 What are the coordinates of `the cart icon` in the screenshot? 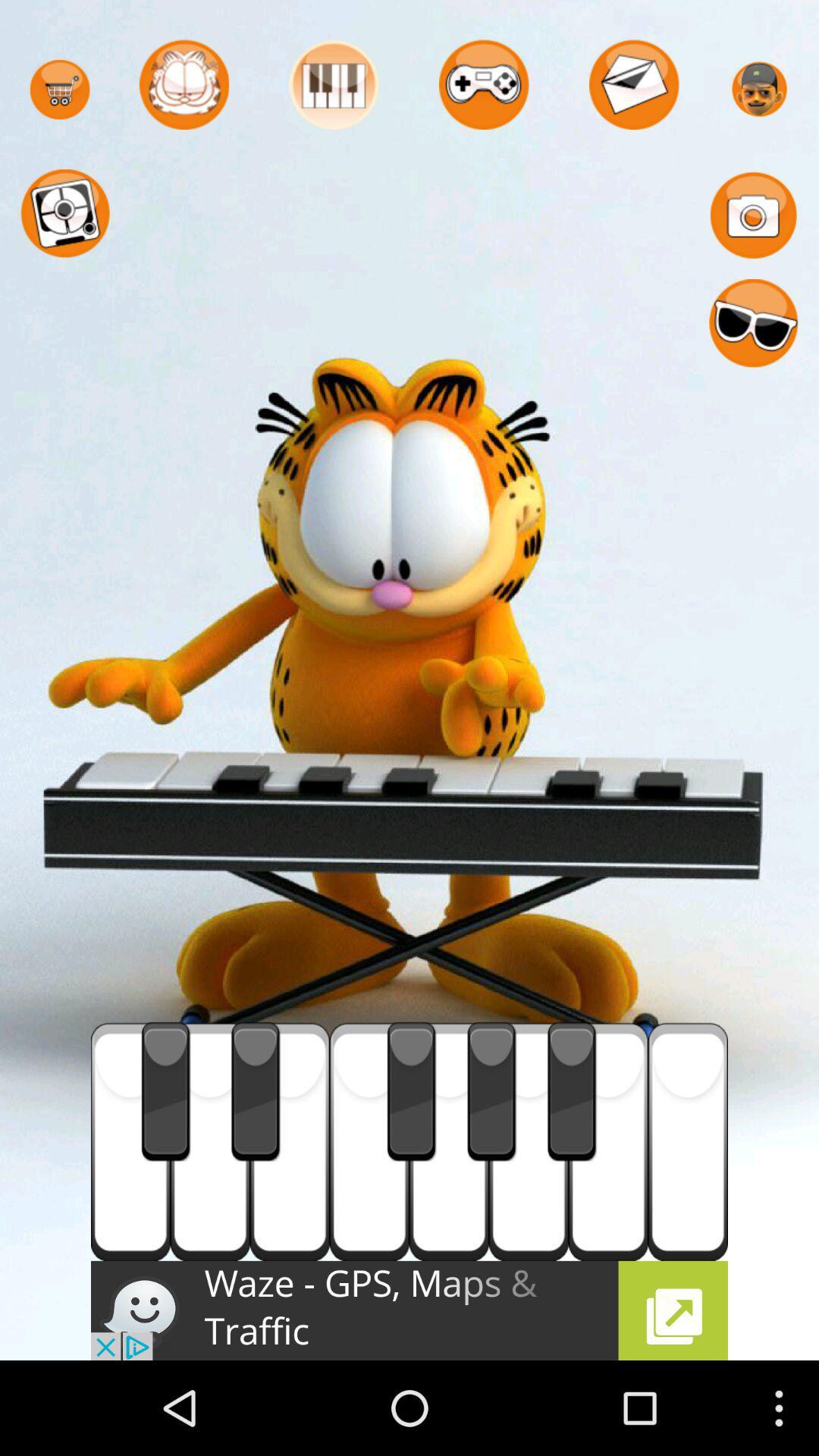 It's located at (59, 95).